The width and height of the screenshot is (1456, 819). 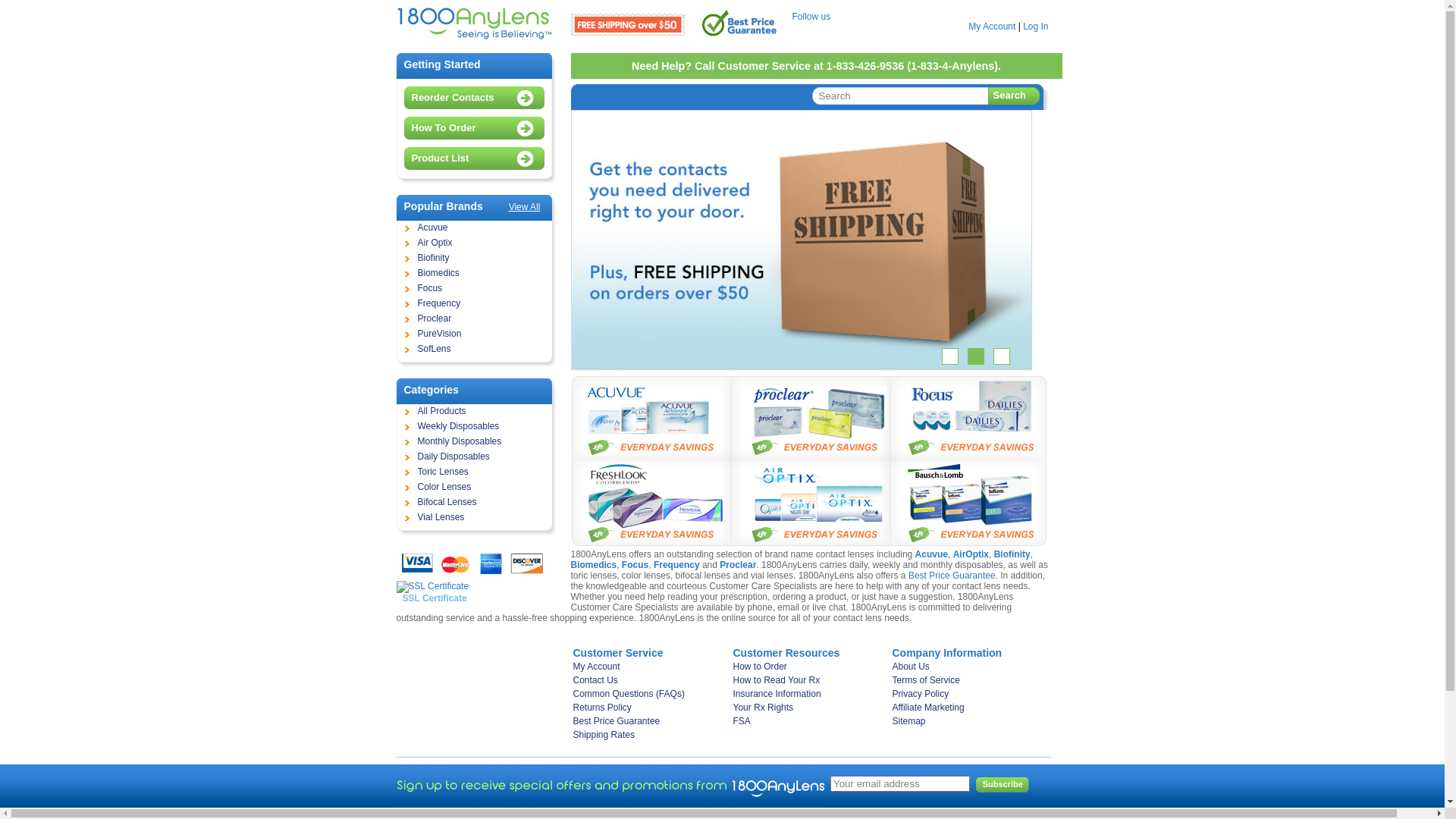 I want to click on 'Weekly Disposables', so click(x=473, y=427).